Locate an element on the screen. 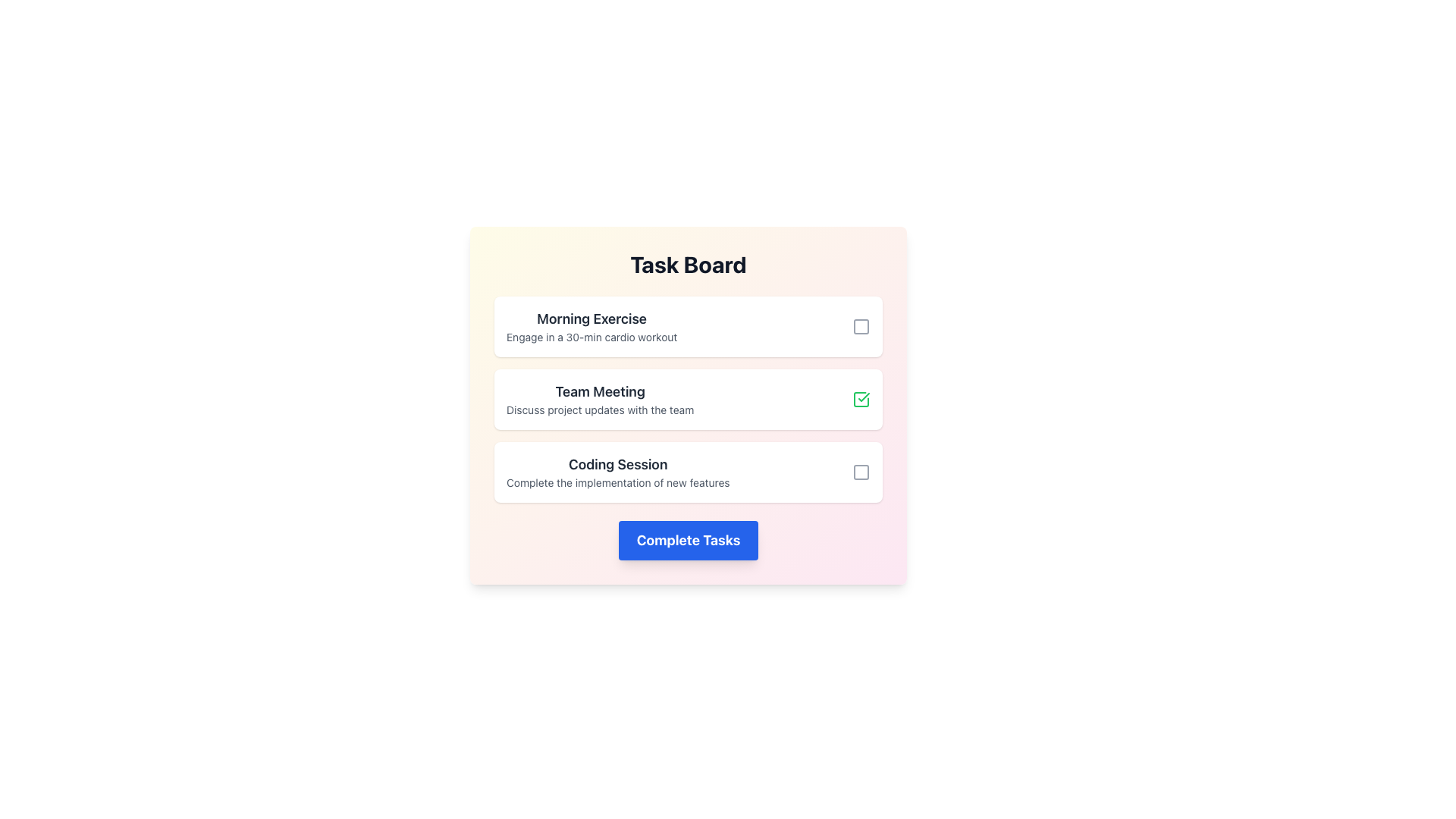  the text element reading 'Engage in a 30-min cardio workout', which is styled in gray and aligned beneath the 'Morning Exercise' heading is located at coordinates (591, 336).